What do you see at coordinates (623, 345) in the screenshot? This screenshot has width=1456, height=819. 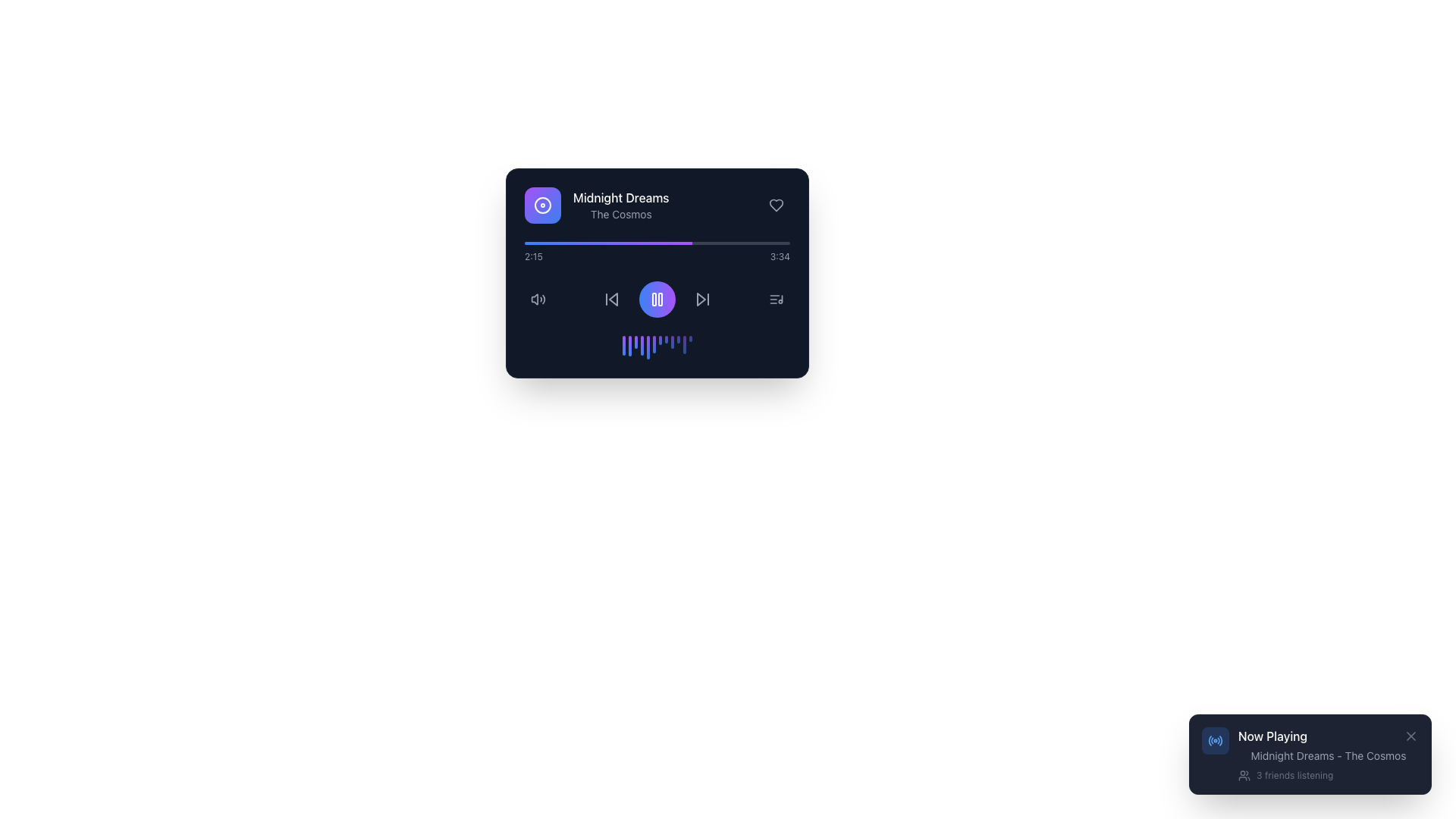 I see `the first vertical bar of the visual equalizer display in the music player widget` at bounding box center [623, 345].